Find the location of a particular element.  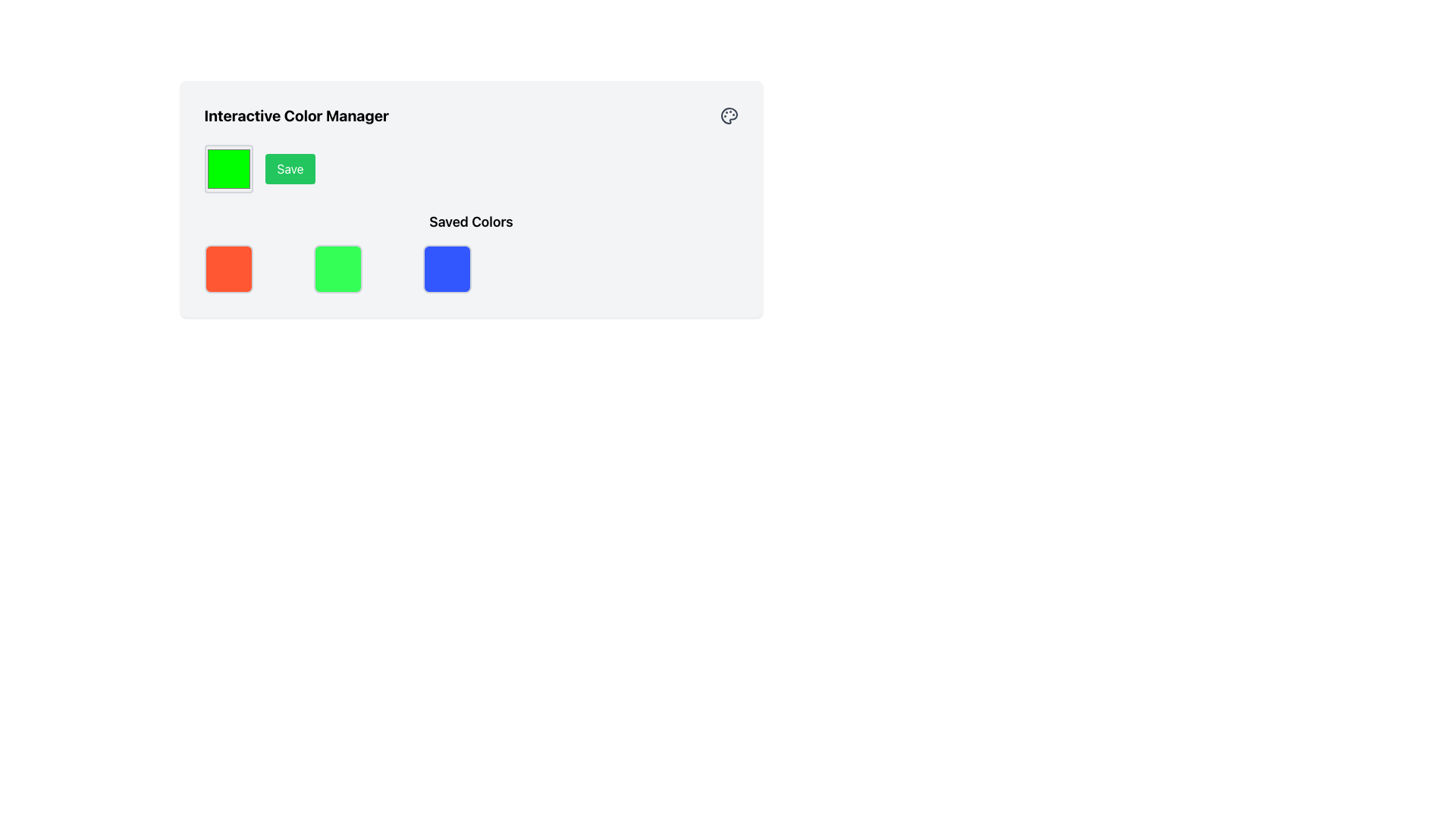

the second square with rounded corners and a green background in the 'Saved Colors' section is located at coordinates (361, 268).